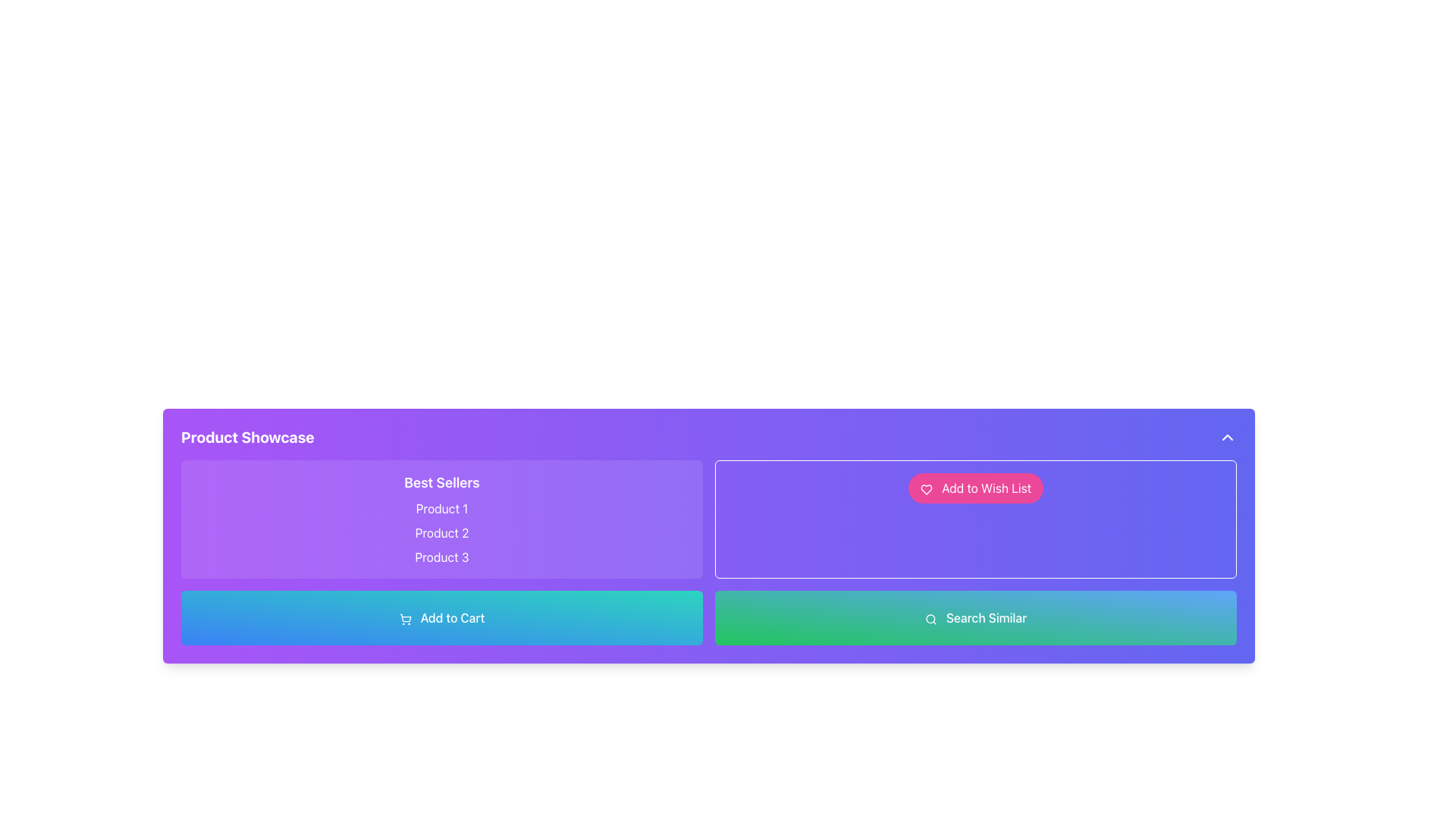 This screenshot has height=819, width=1456. What do you see at coordinates (441, 617) in the screenshot?
I see `the 'Add to Cart' button, which features a gradient background from blue to teal and a shopping cart icon on the left with bold white text` at bounding box center [441, 617].